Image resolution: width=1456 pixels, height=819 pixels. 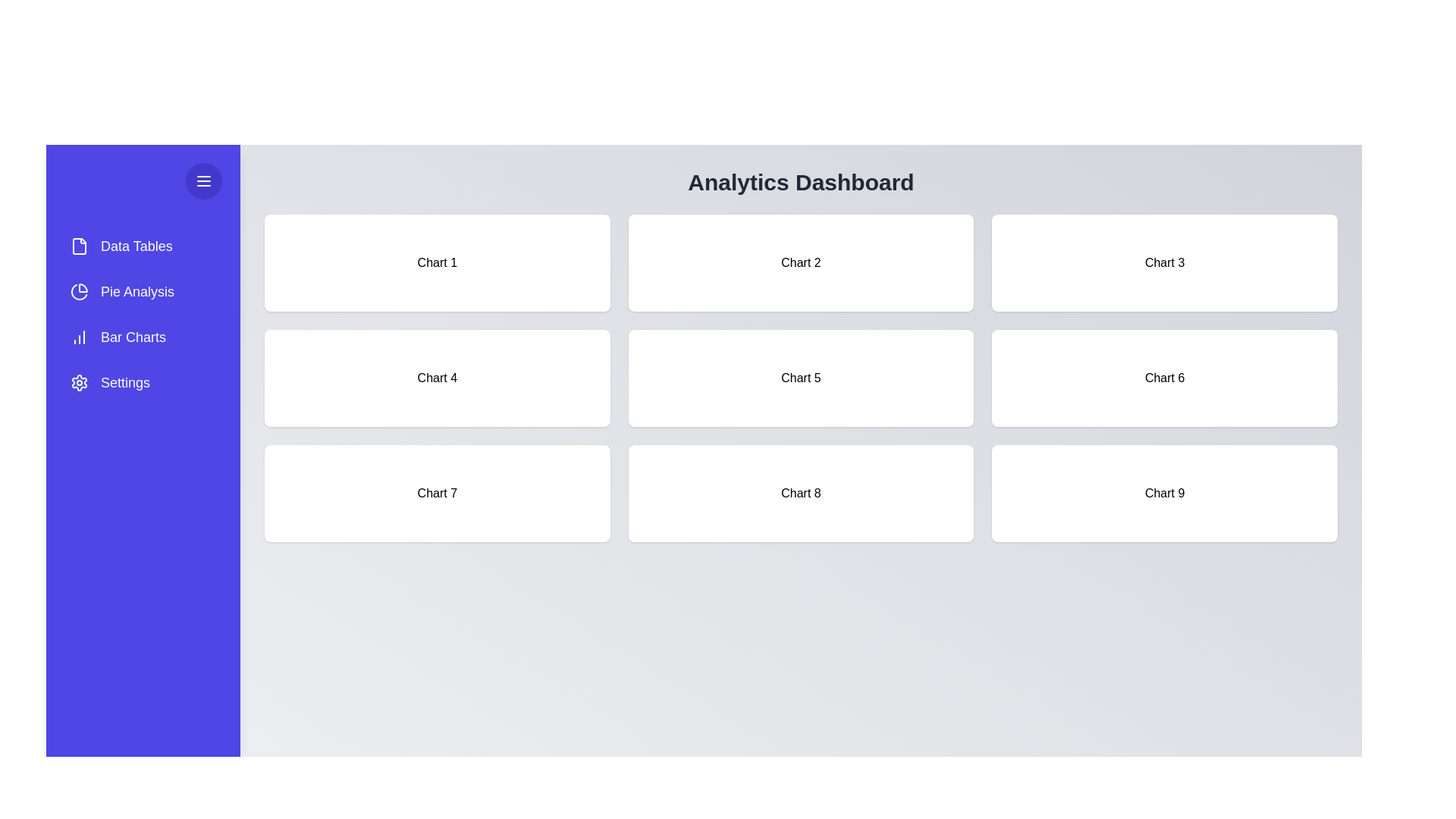 I want to click on the menu button to toggle the drawer visibility, so click(x=202, y=180).